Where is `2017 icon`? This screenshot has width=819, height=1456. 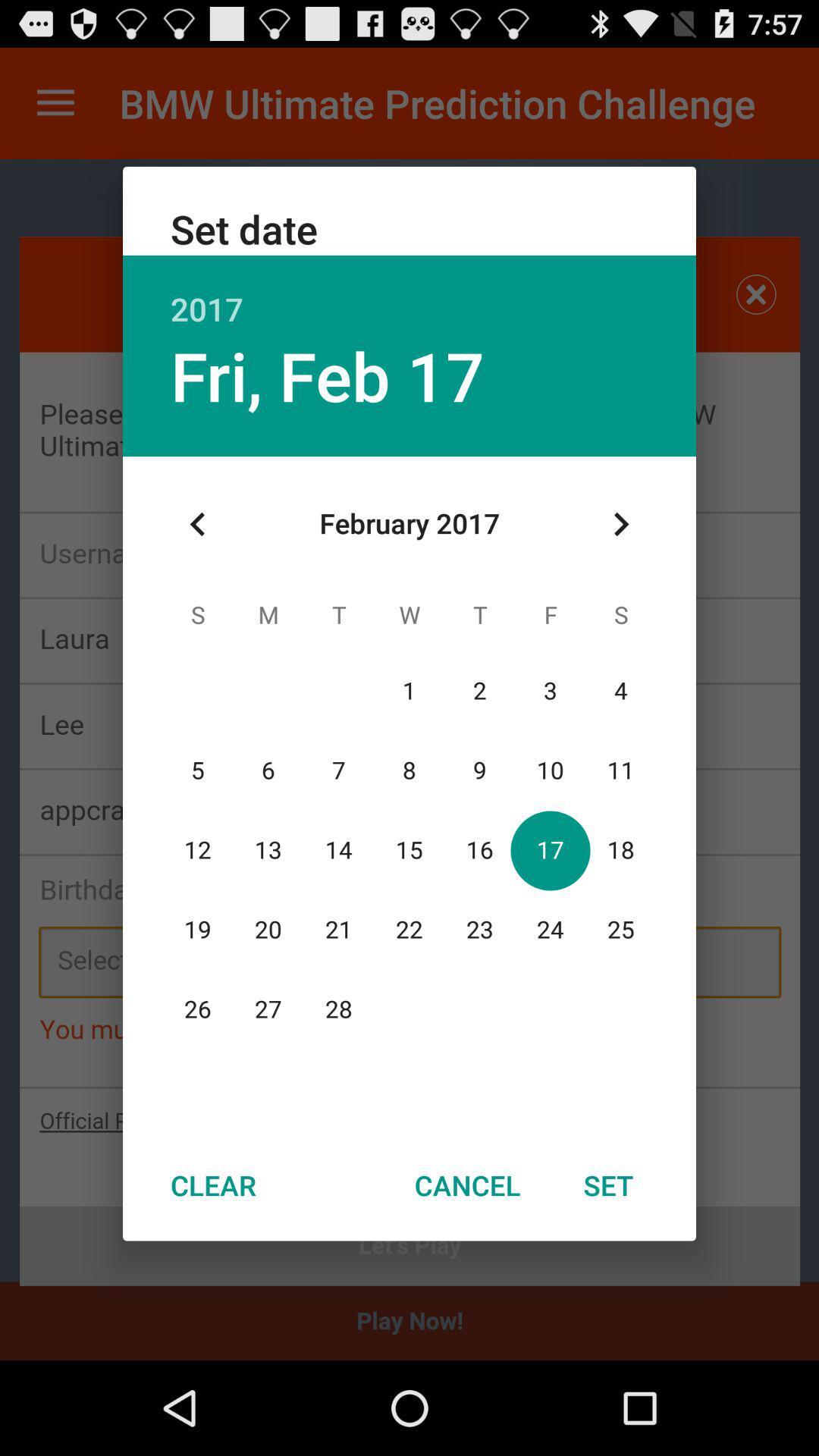
2017 icon is located at coordinates (409, 293).